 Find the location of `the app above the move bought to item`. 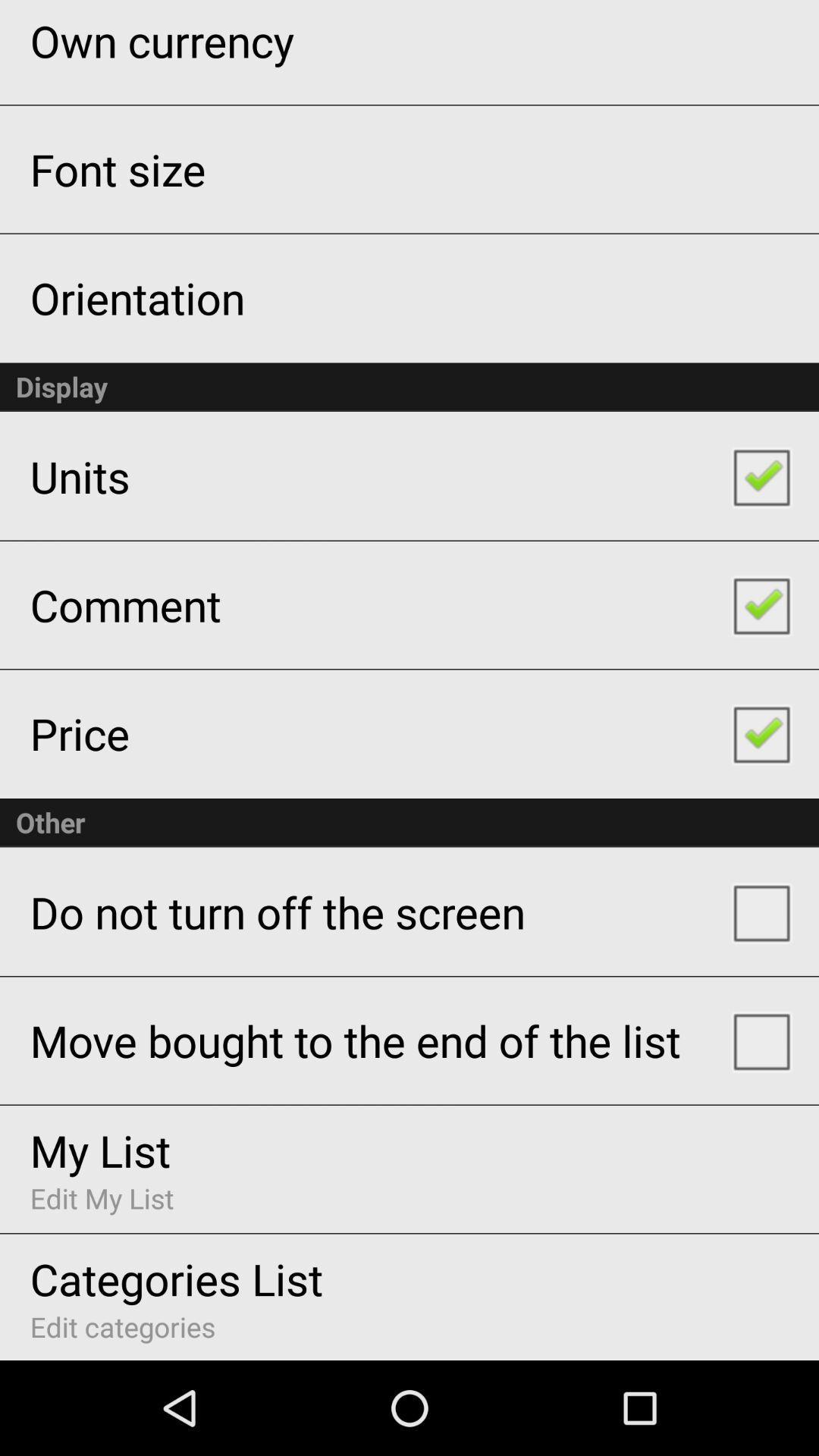

the app above the move bought to item is located at coordinates (278, 911).